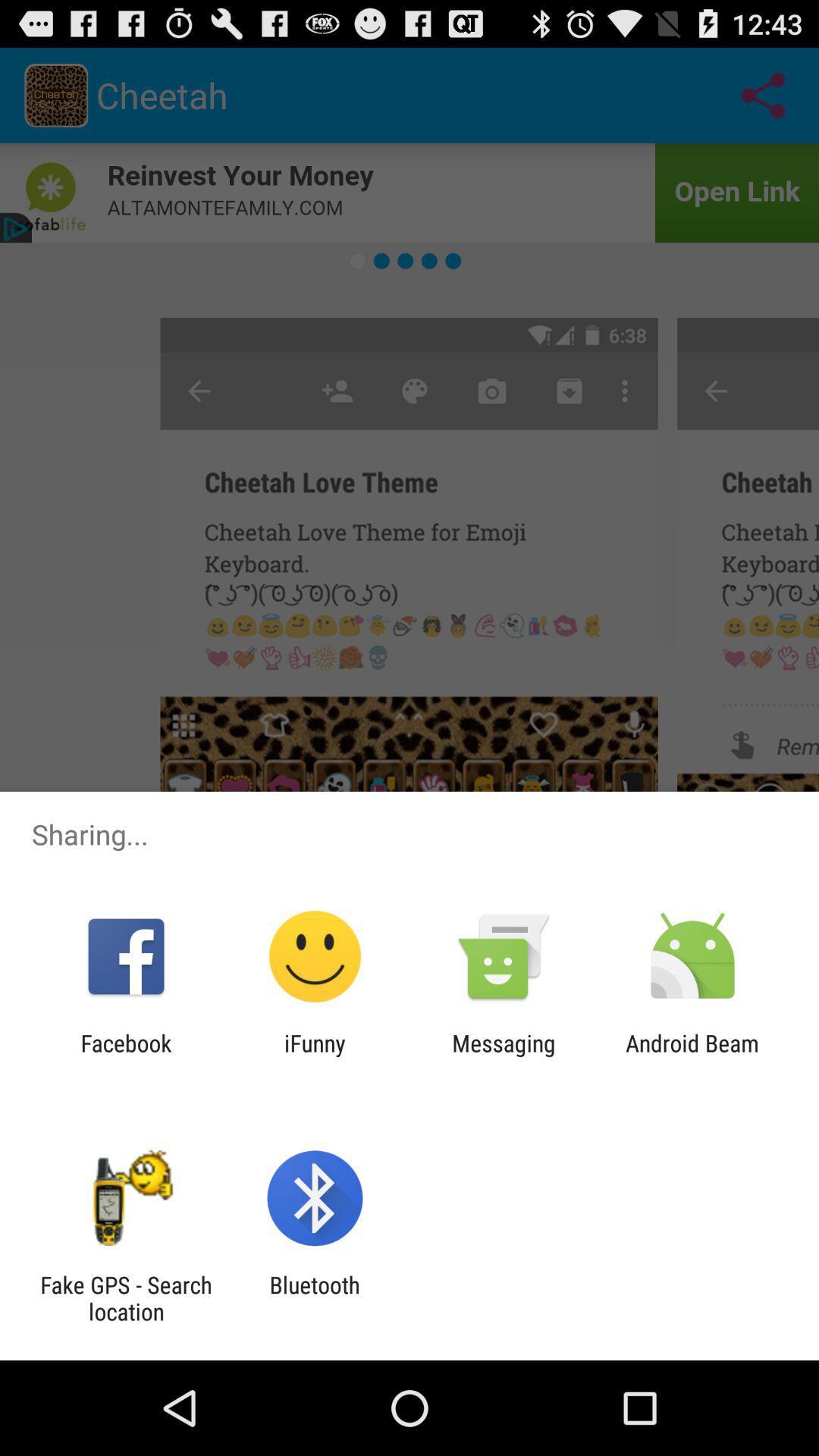 The height and width of the screenshot is (1456, 819). Describe the element at coordinates (314, 1056) in the screenshot. I see `the ifunny item` at that location.